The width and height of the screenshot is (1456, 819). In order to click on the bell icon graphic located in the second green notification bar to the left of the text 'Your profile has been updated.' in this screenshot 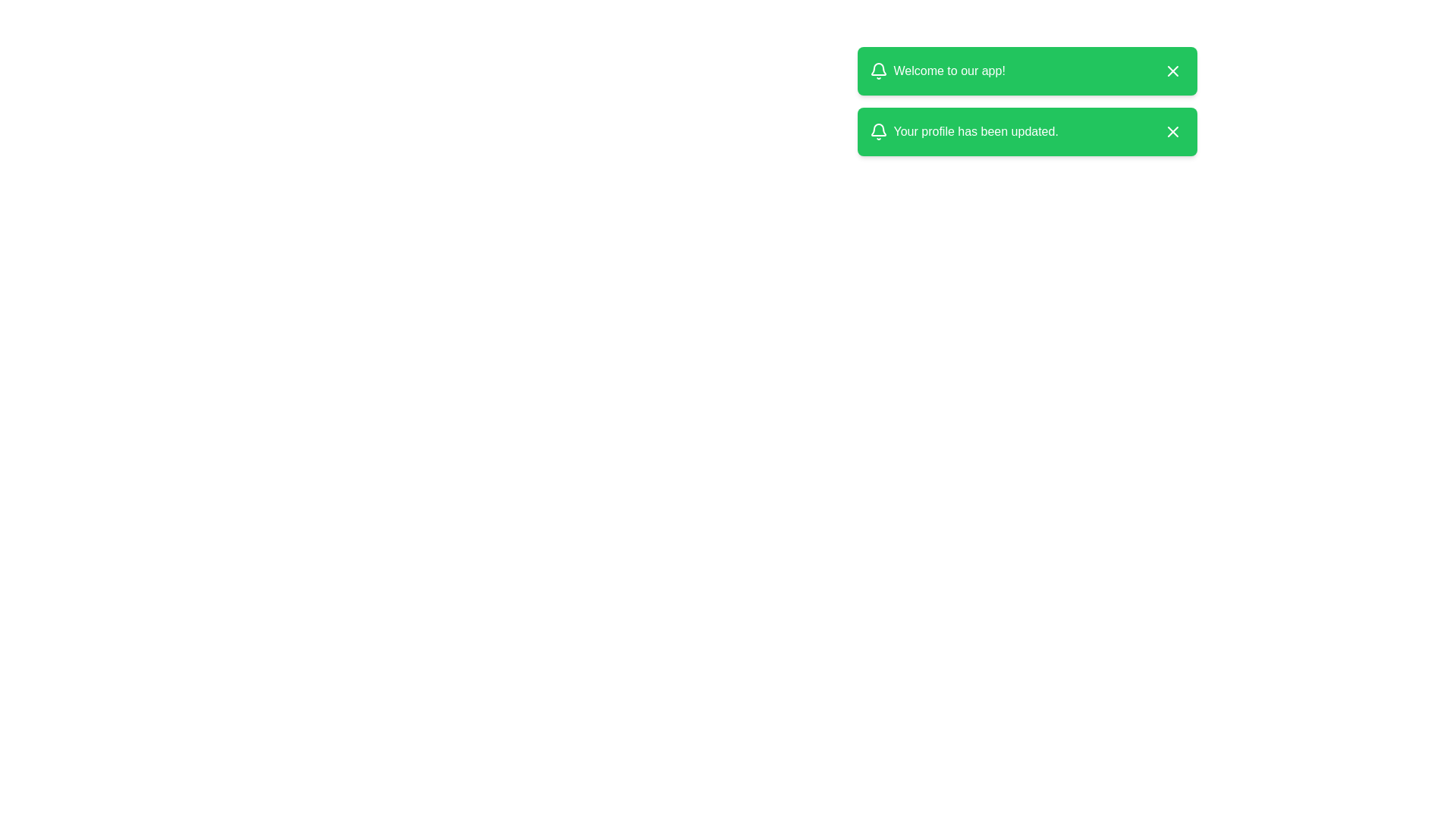, I will do `click(878, 69)`.